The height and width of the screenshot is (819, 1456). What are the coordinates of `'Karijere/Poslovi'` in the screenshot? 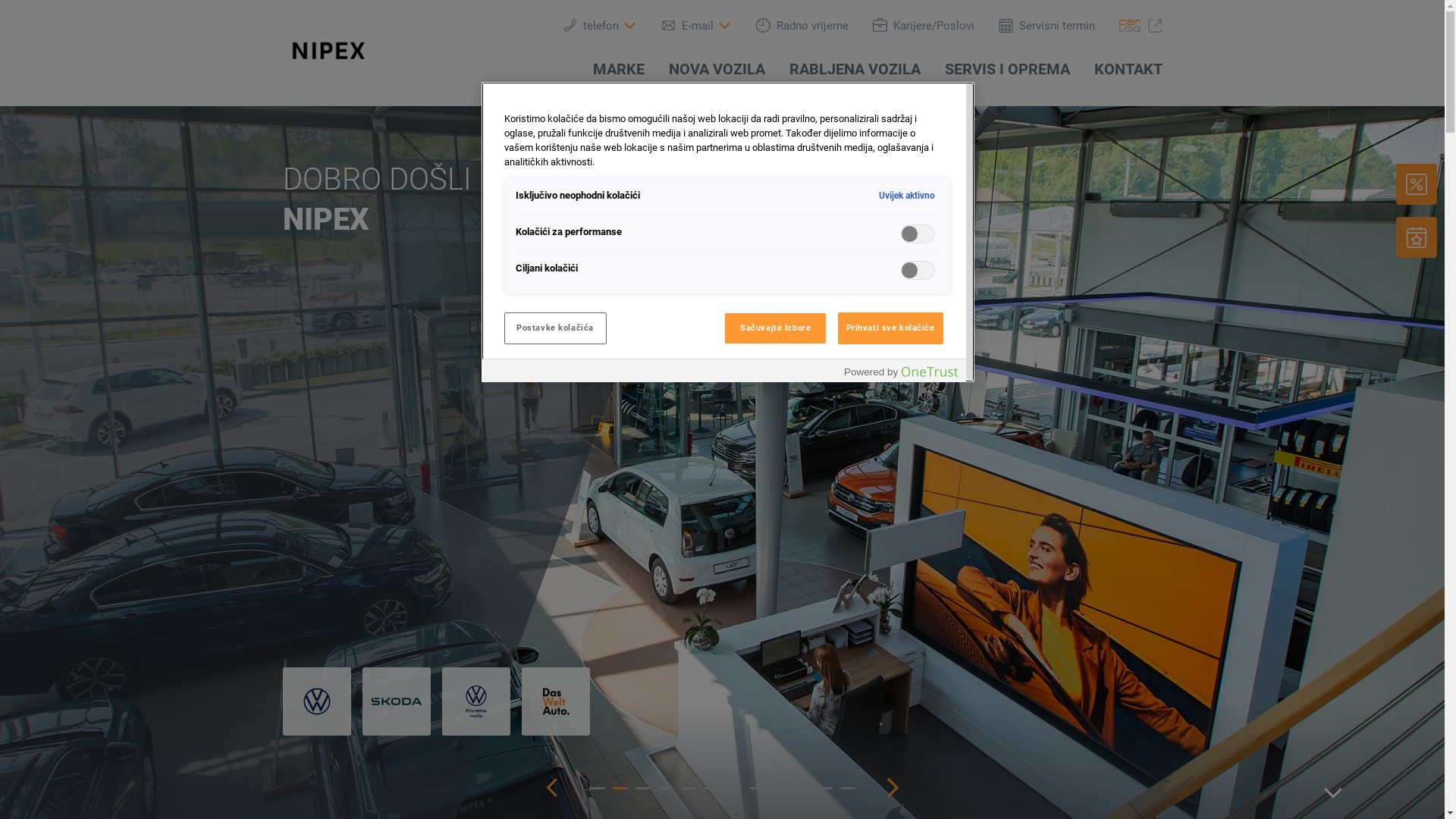 It's located at (922, 25).